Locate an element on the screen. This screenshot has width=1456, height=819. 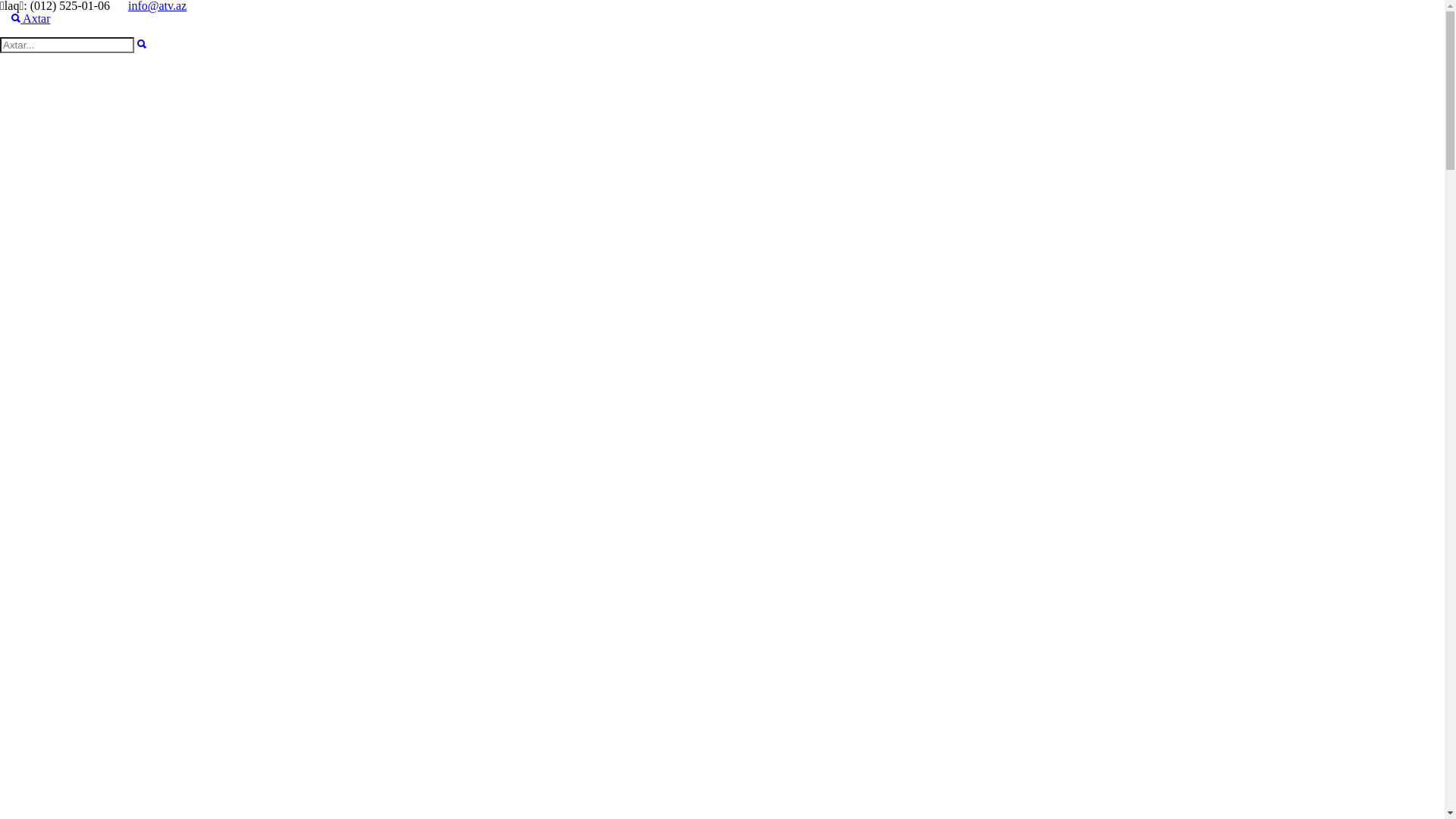
' Axtar' is located at coordinates (31, 18).